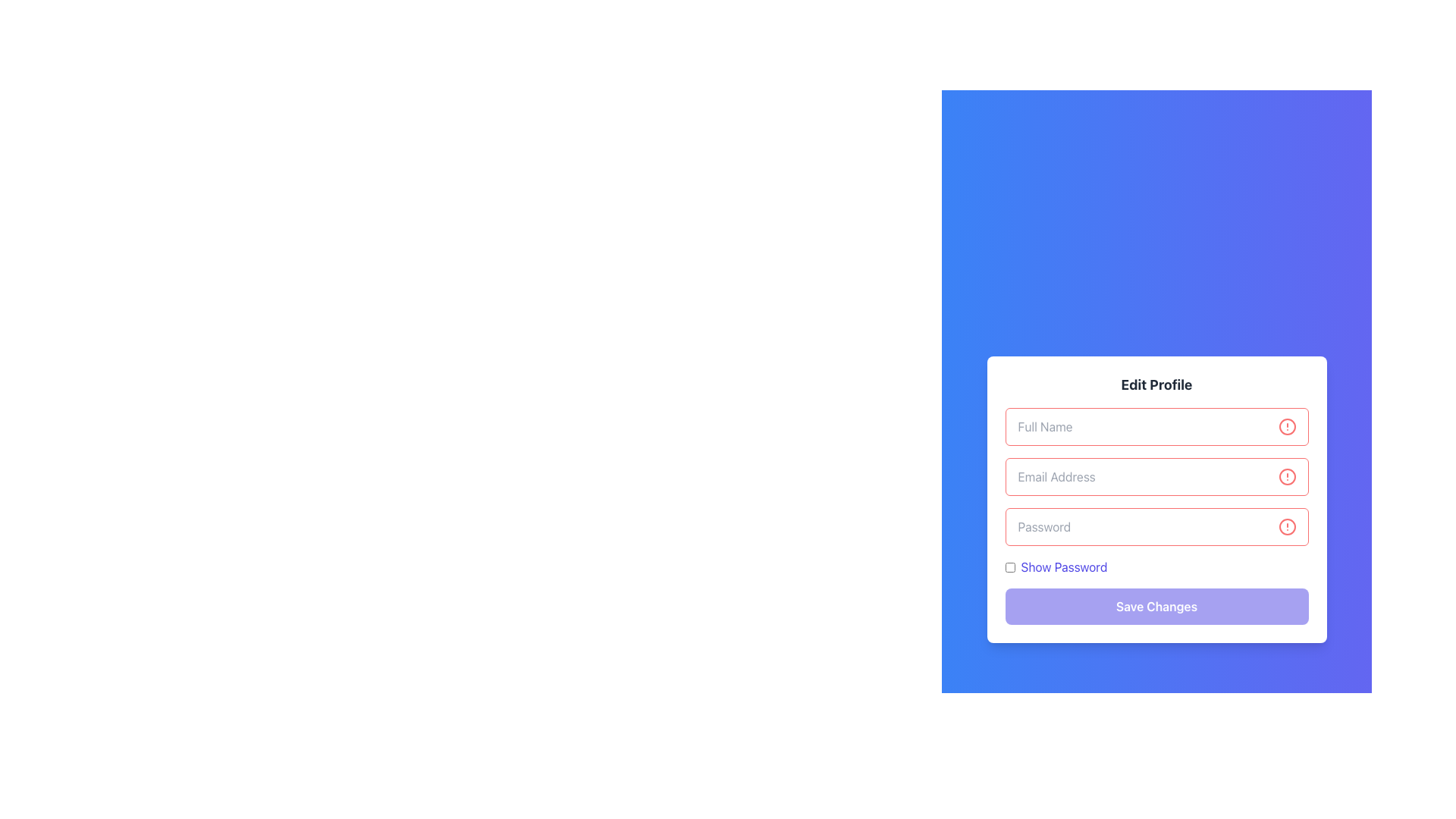  I want to click on the checkbox located below the 'Password' input field in the 'Edit Profile' form, so click(1055, 567).